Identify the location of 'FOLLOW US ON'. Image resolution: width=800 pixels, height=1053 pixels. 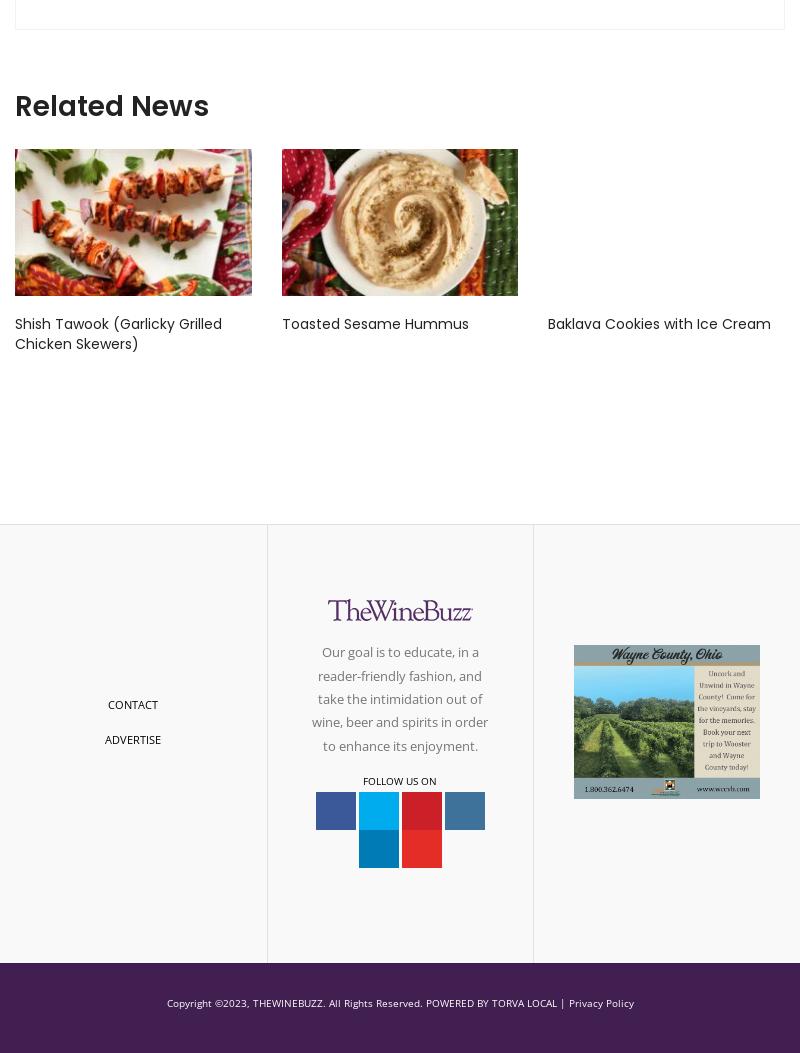
(400, 779).